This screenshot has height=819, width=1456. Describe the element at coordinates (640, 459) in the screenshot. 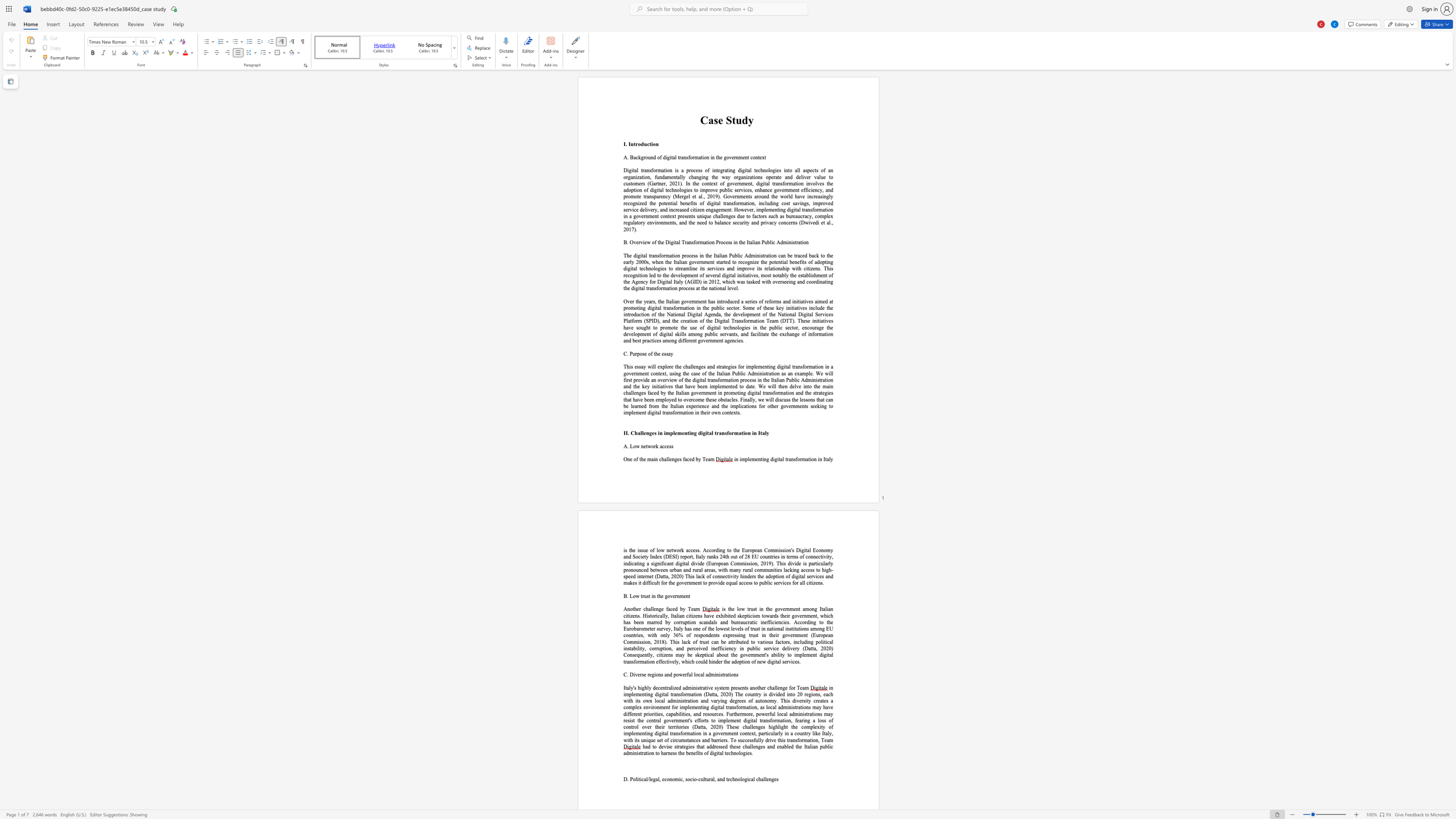

I see `the 1th character "t" in the text` at that location.